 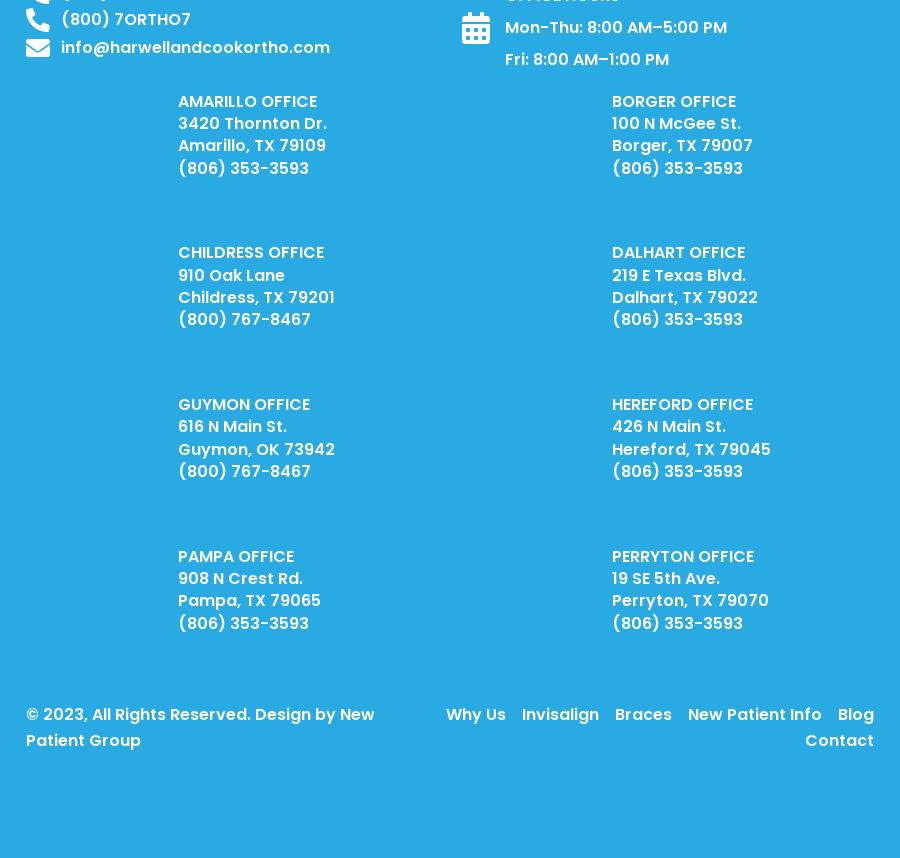 I want to click on '426 N Main St.', so click(x=667, y=425).